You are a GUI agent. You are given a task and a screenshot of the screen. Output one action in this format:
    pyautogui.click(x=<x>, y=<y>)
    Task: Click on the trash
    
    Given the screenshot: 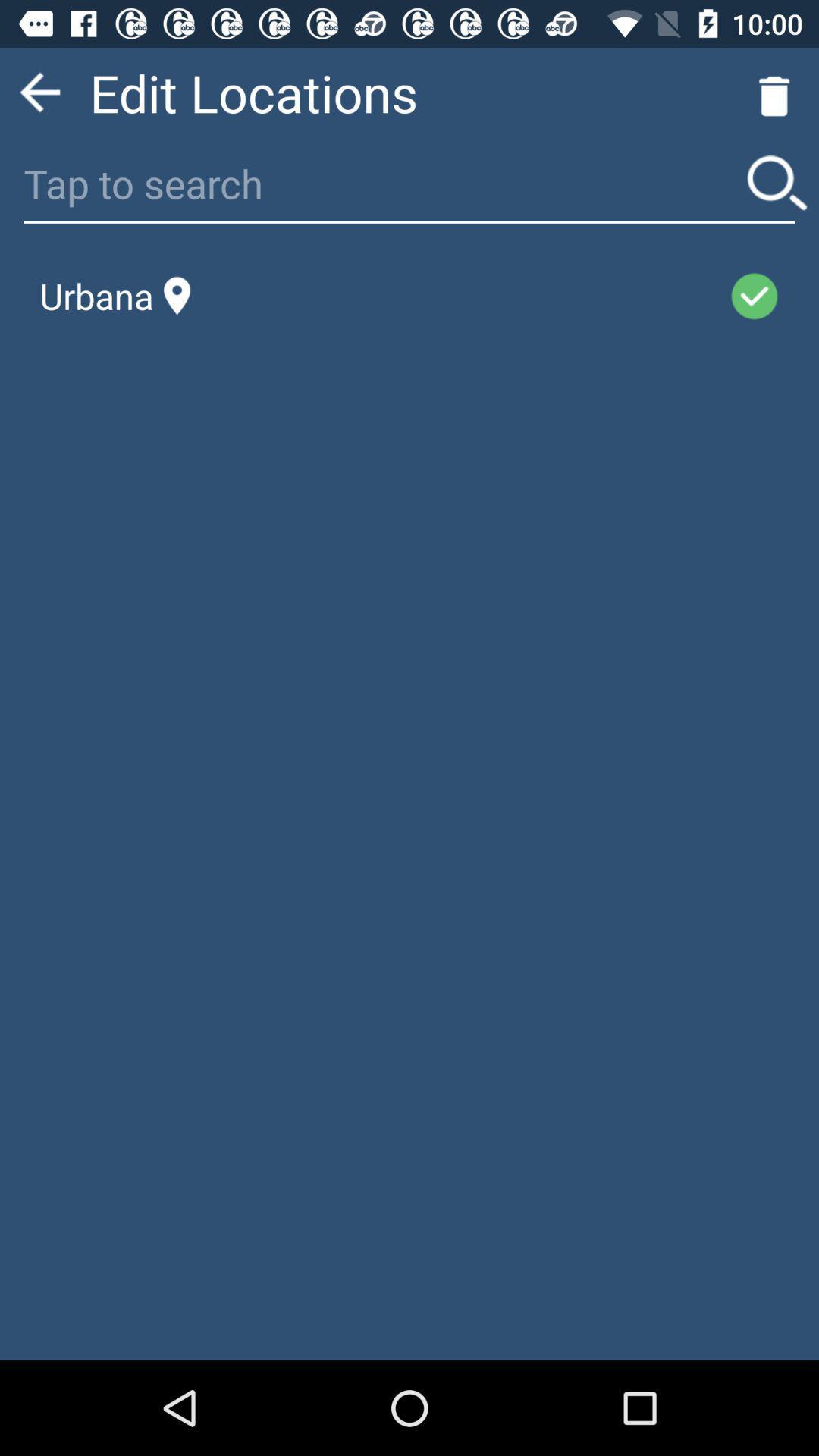 What is the action you would take?
    pyautogui.click(x=774, y=92)
    